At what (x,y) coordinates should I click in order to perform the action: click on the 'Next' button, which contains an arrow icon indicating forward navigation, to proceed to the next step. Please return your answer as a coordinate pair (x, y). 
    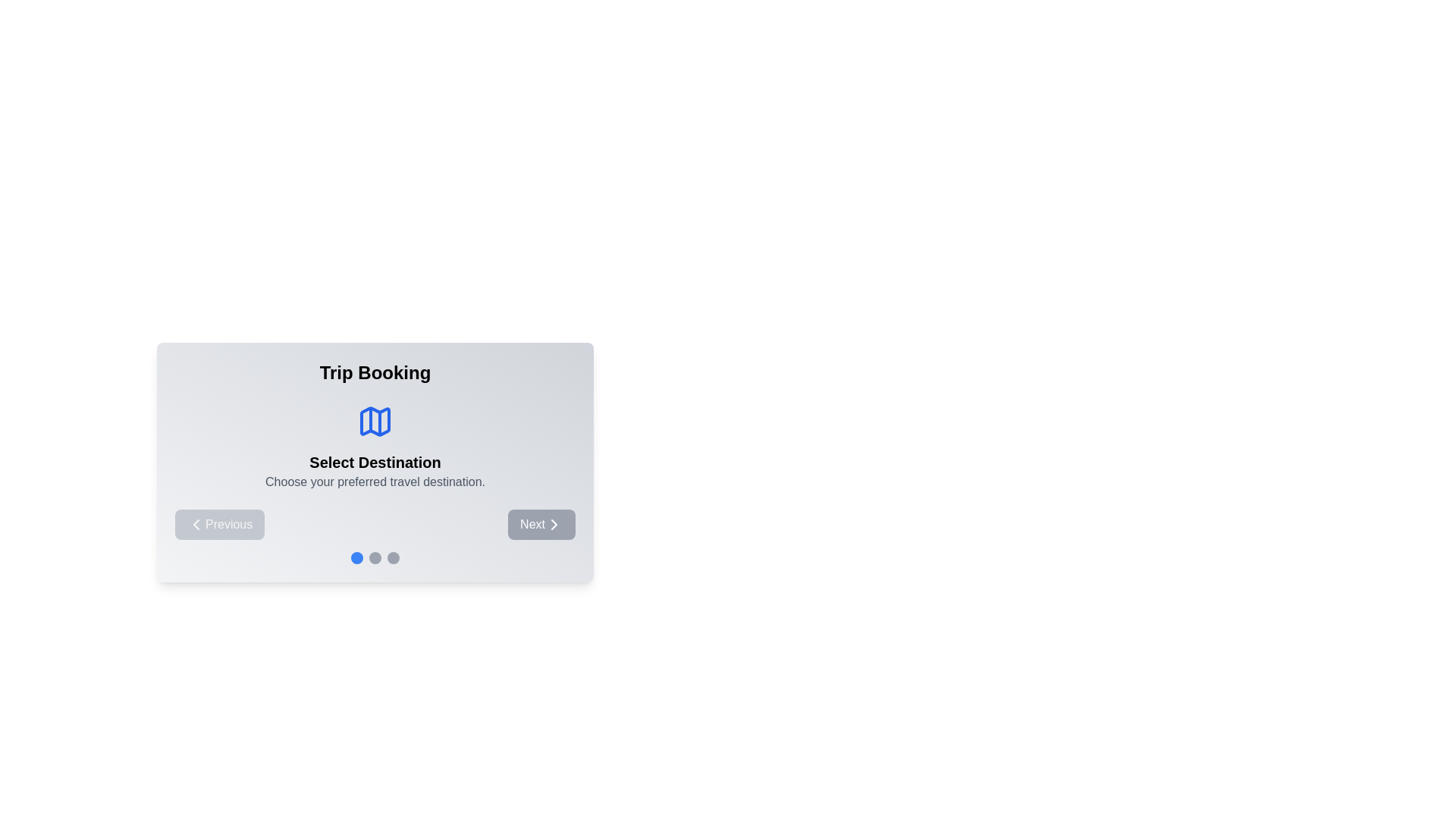
    Looking at the image, I should click on (553, 523).